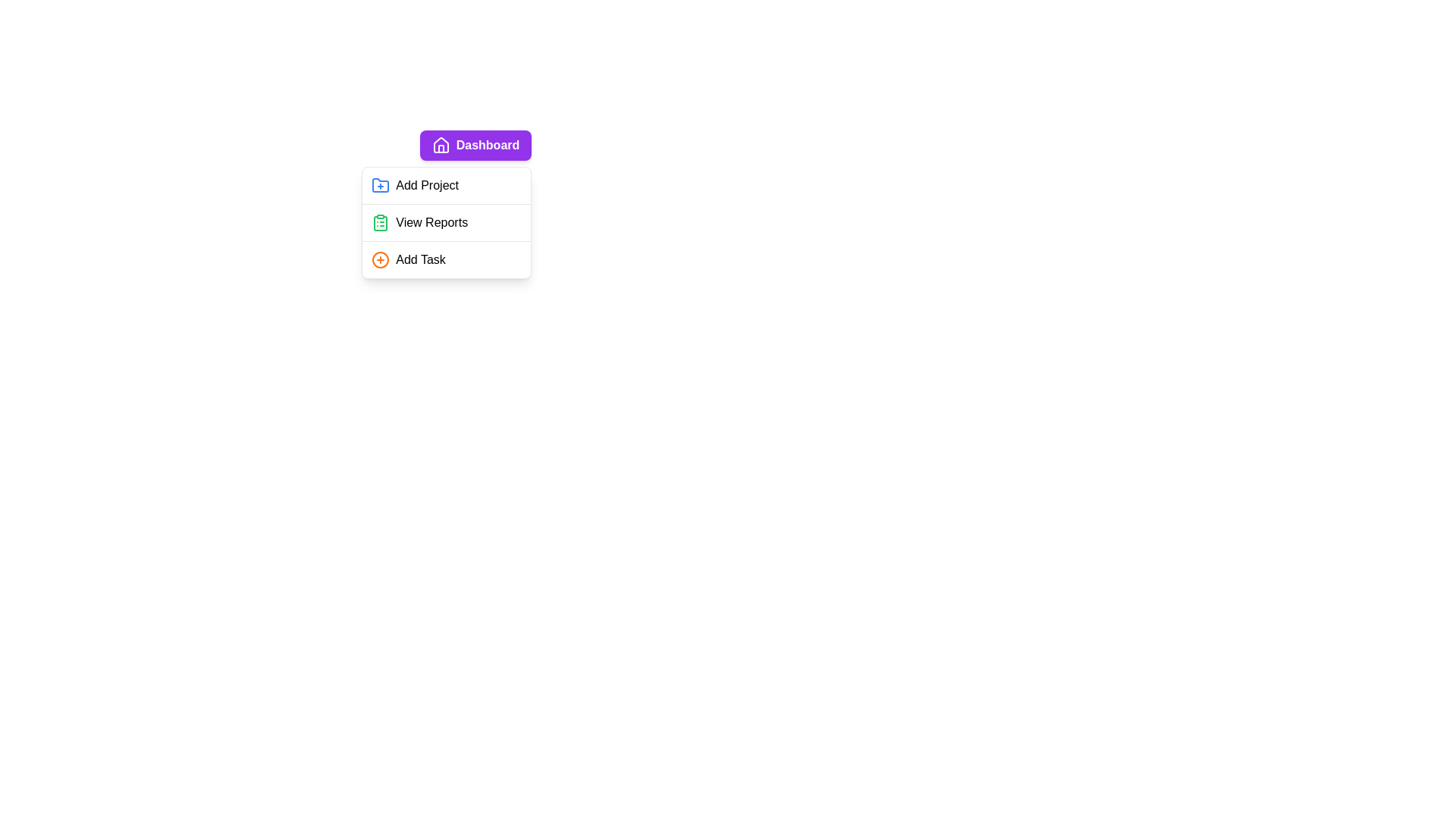 This screenshot has height=819, width=1456. What do you see at coordinates (475, 146) in the screenshot?
I see `the purple Dashboard button to toggle the menu's visibility` at bounding box center [475, 146].